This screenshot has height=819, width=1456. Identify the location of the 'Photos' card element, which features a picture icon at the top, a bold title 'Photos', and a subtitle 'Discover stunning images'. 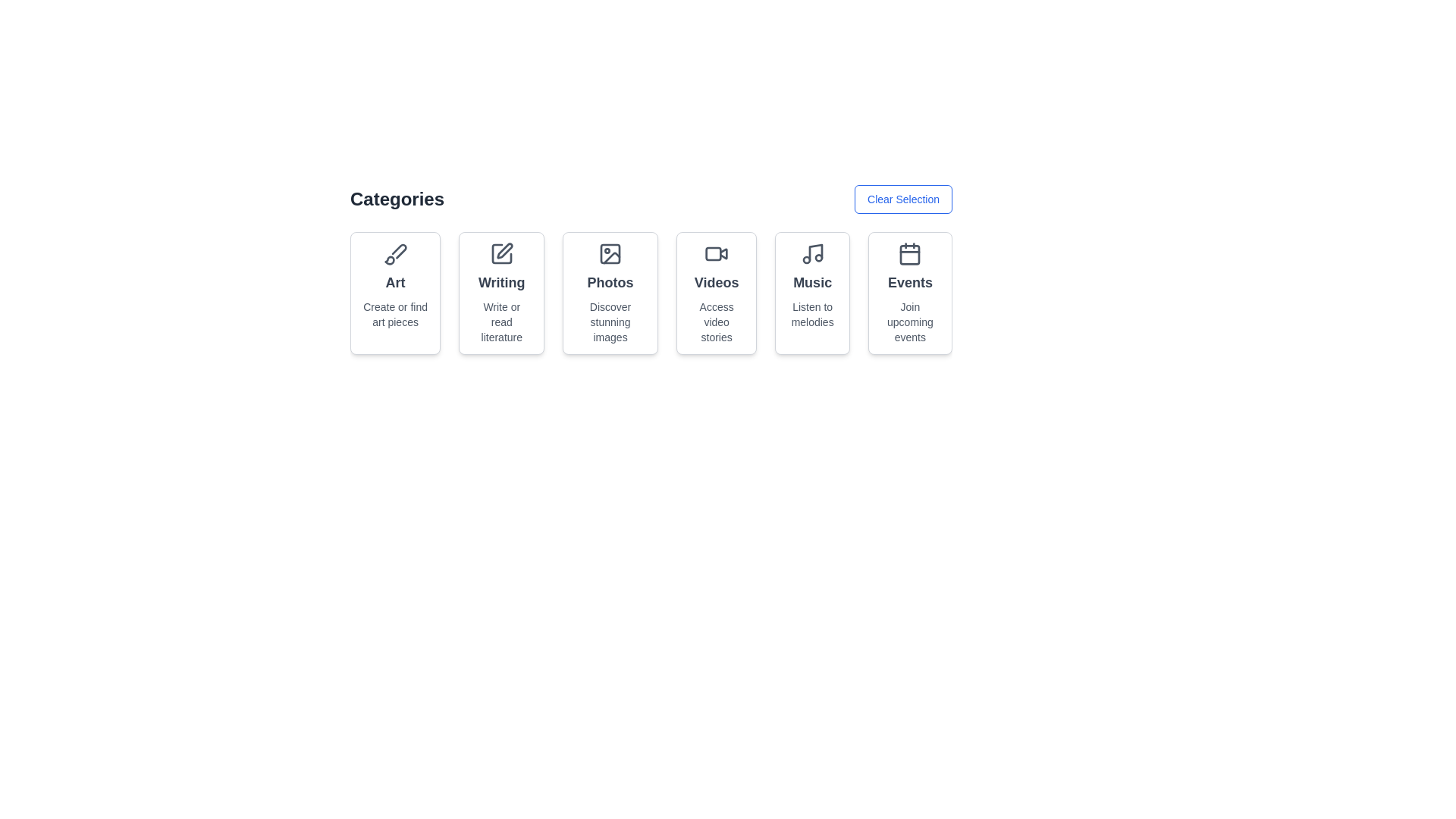
(610, 293).